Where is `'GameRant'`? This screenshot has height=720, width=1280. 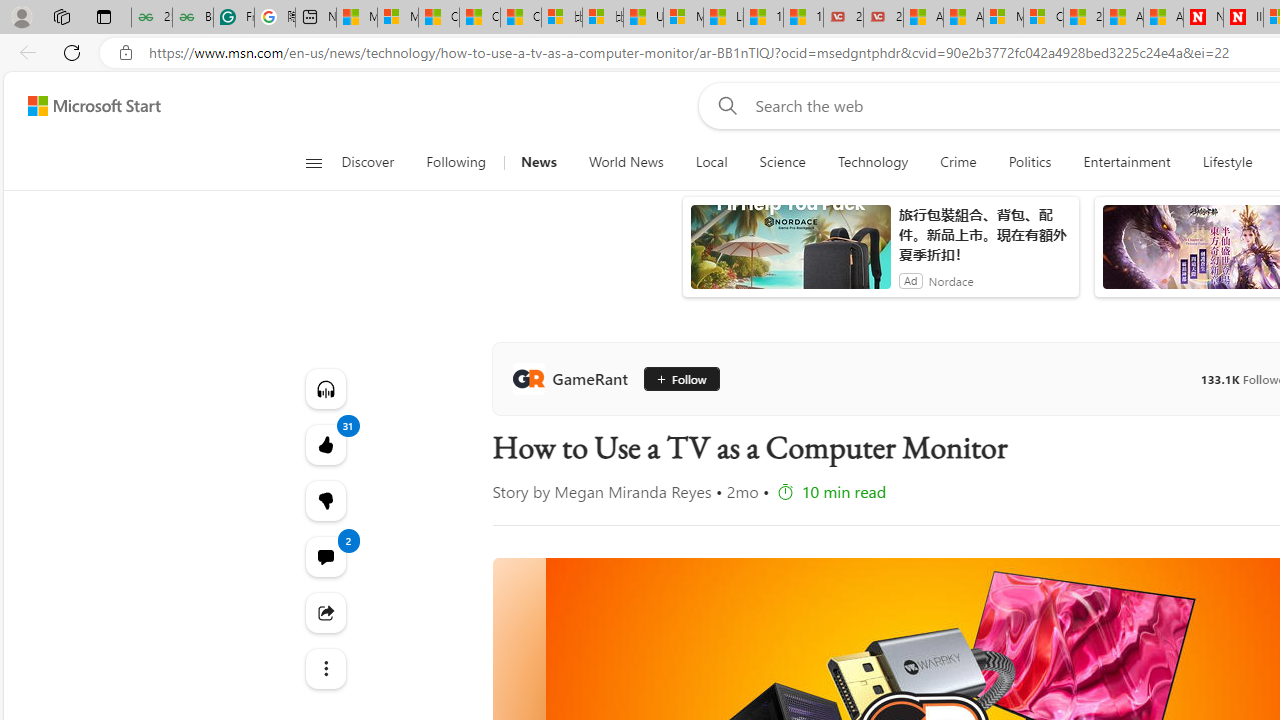 'GameRant' is located at coordinates (573, 379).